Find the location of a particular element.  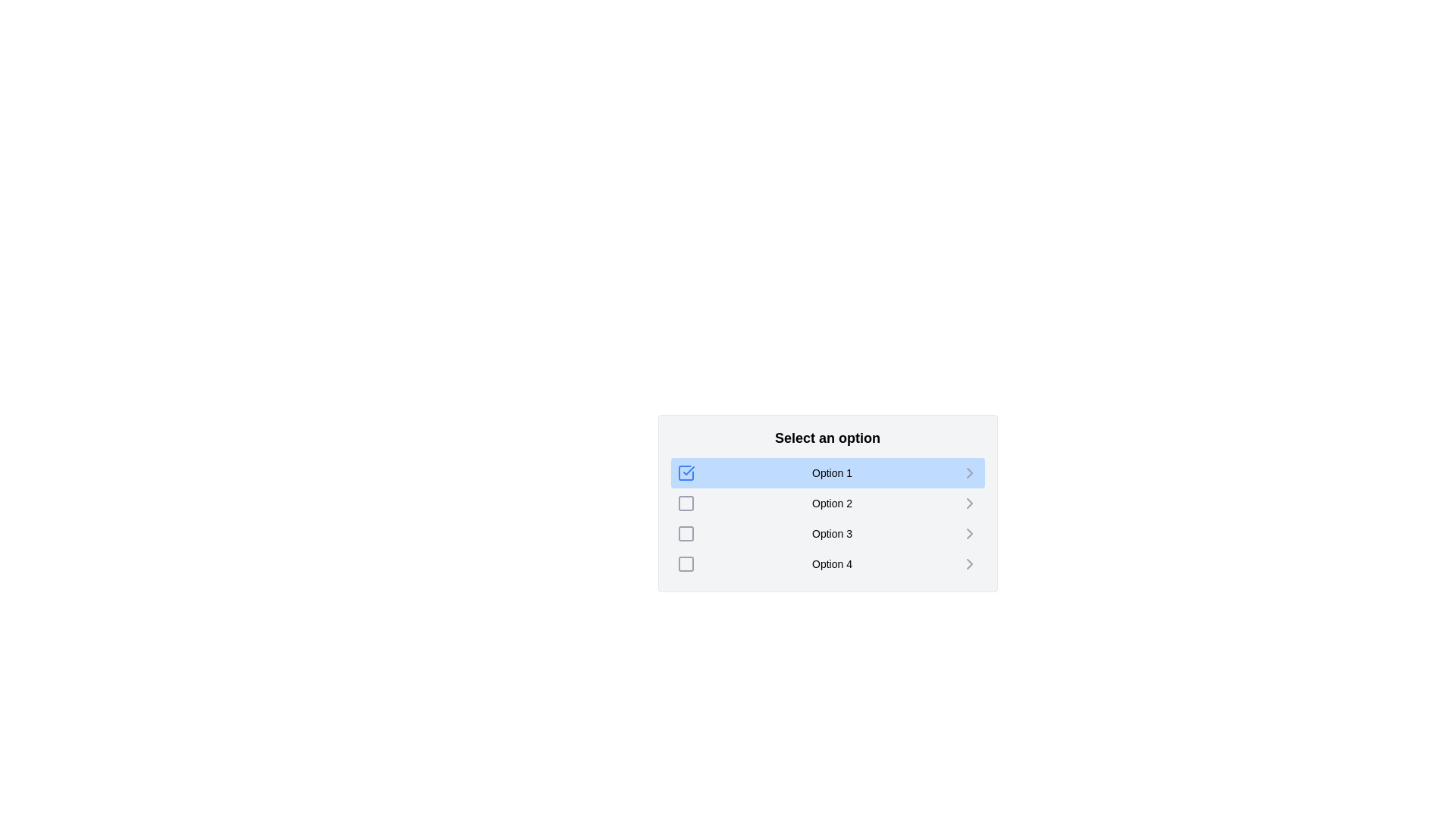

the fourth selectable list item with a checkbox and a navigation icon is located at coordinates (827, 564).